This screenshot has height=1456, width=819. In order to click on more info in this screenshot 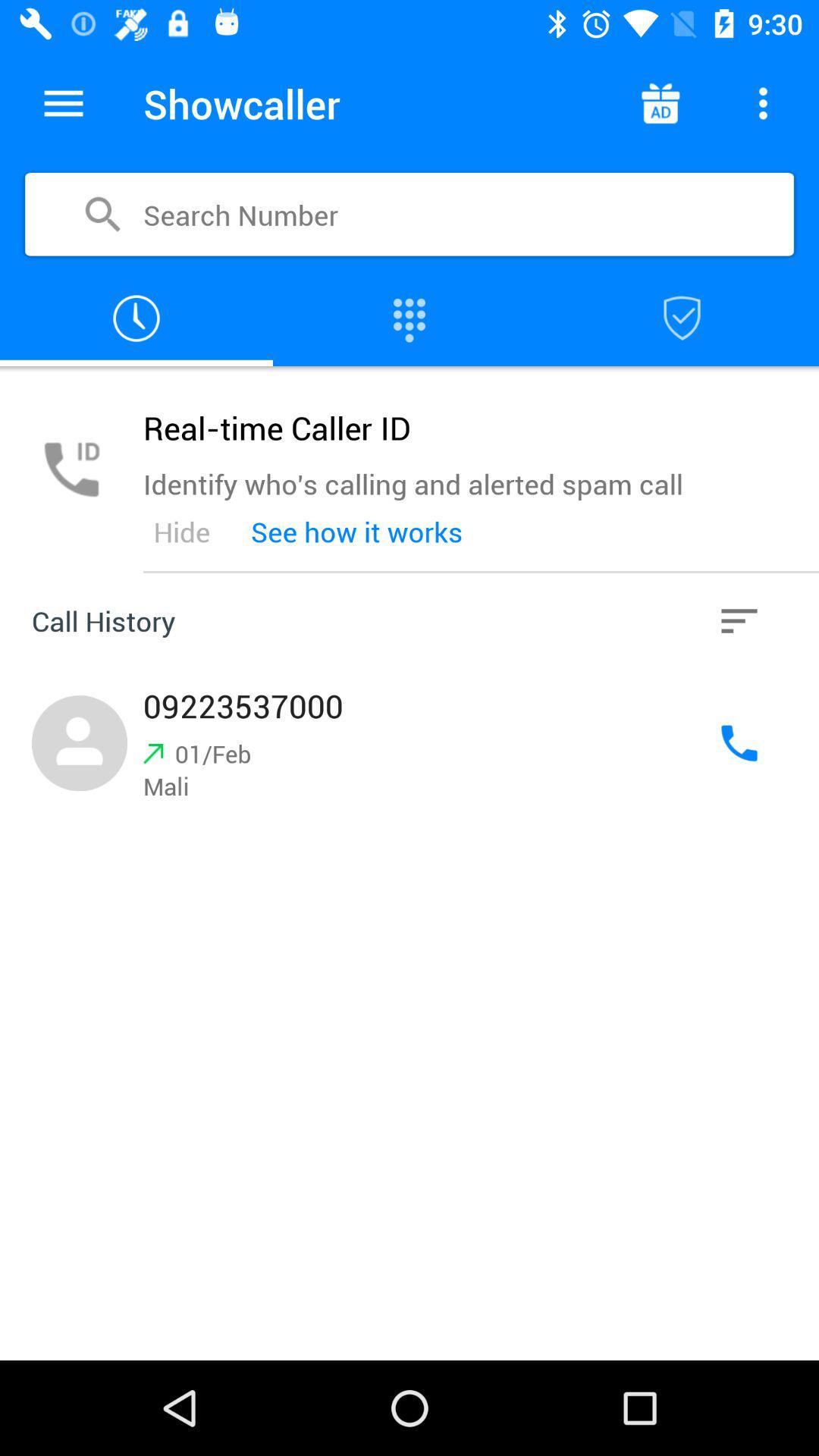, I will do `click(763, 102)`.